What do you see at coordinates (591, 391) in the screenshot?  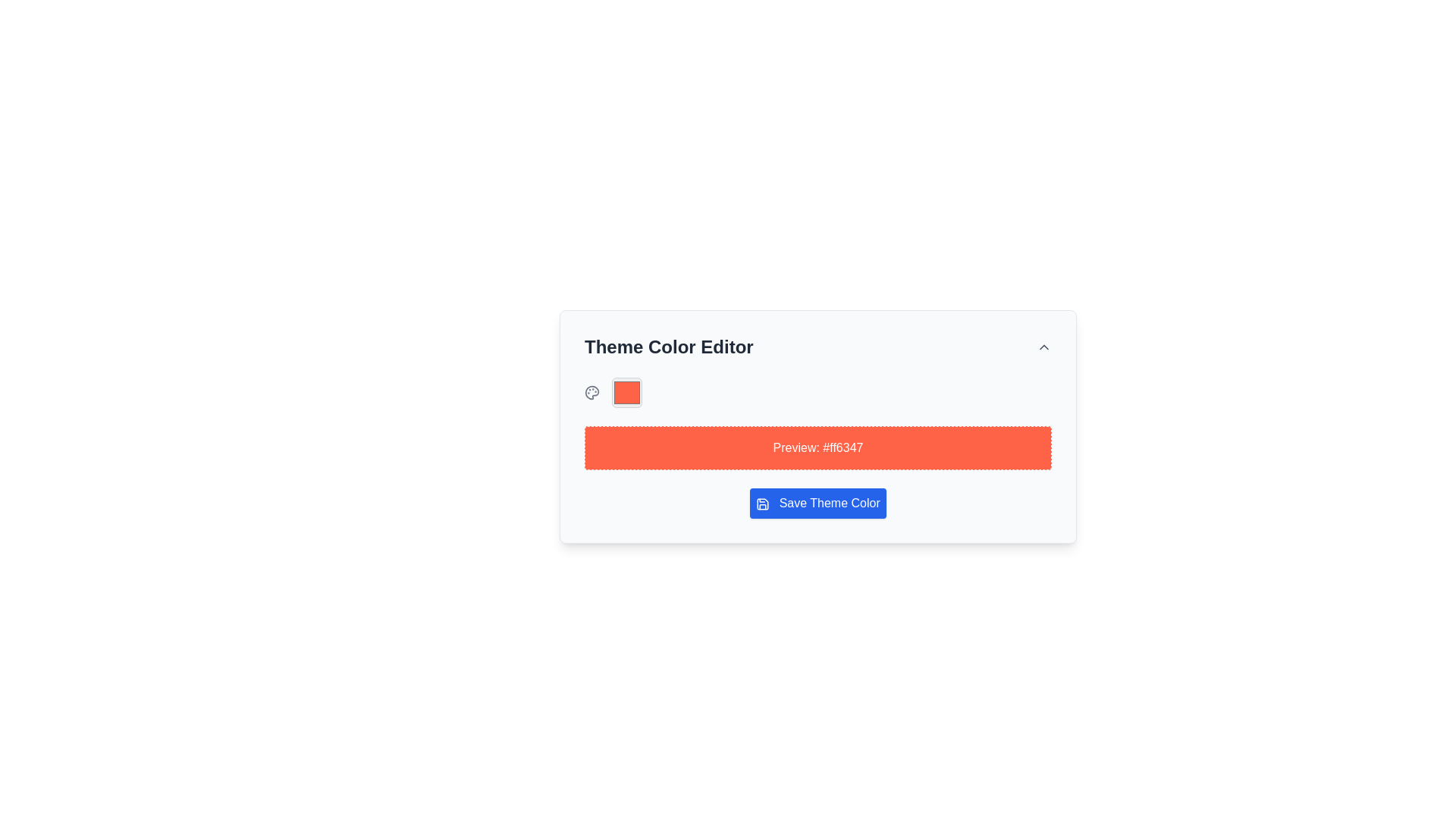 I see `the first circular icon resembling a painter's palette in the color editor header, which is situated to the far left of its group` at bounding box center [591, 391].